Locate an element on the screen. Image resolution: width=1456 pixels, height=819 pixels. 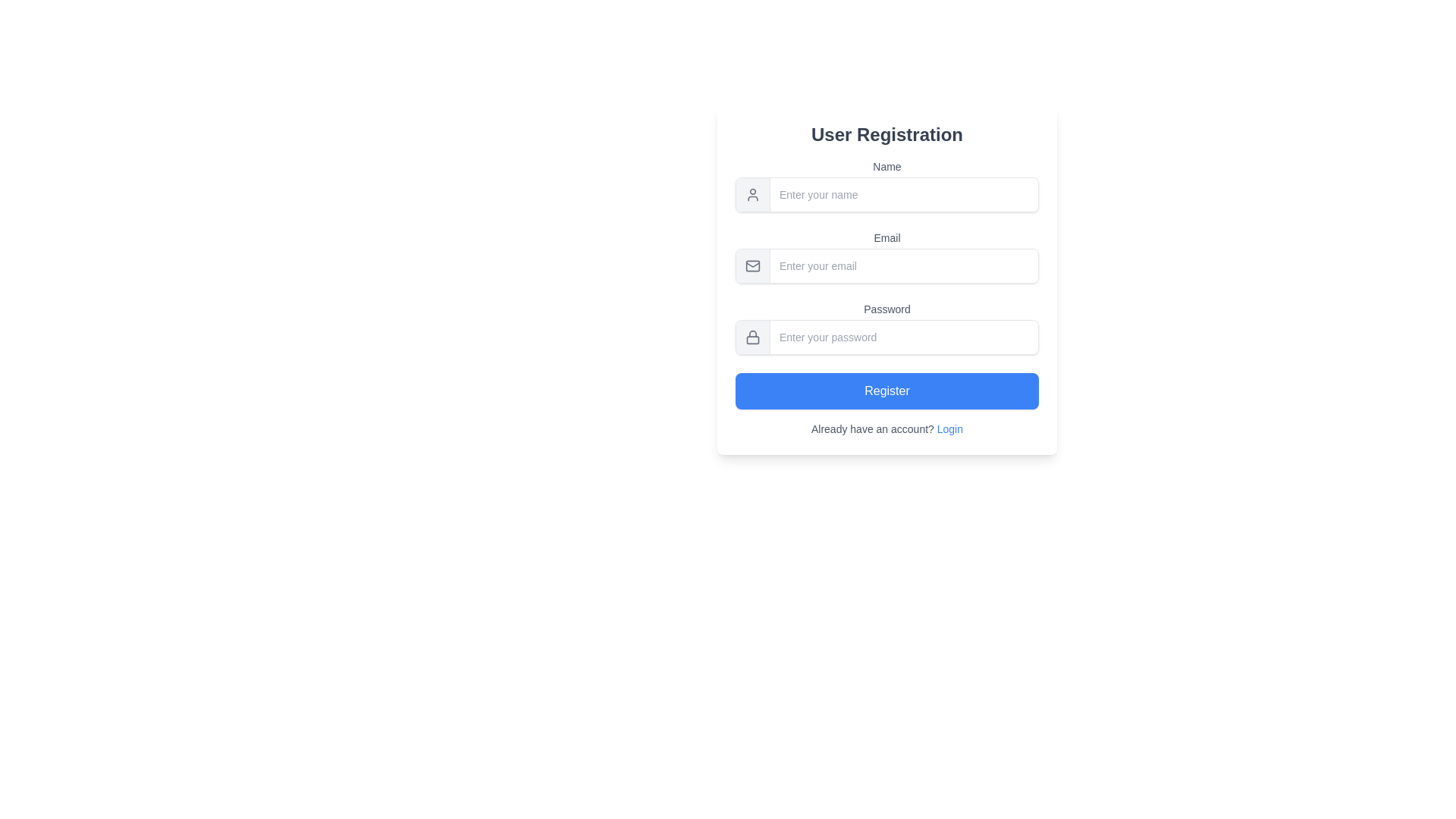
the email icon located to the left of the email input field in the form, which serves as a visual association for email clarification is located at coordinates (753, 263).